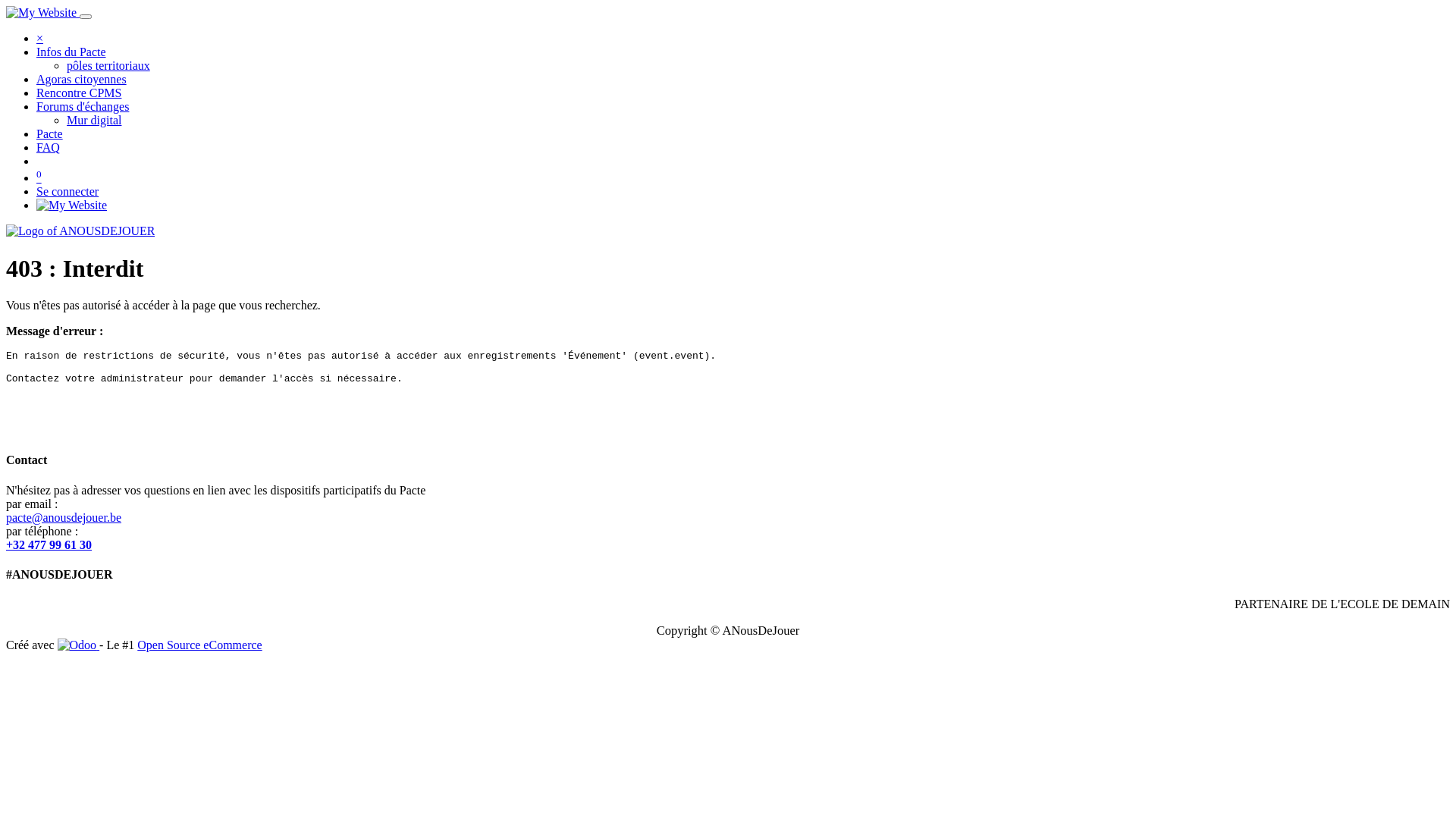 The image size is (1456, 819). What do you see at coordinates (41, 12) in the screenshot?
I see `'My Website'` at bounding box center [41, 12].